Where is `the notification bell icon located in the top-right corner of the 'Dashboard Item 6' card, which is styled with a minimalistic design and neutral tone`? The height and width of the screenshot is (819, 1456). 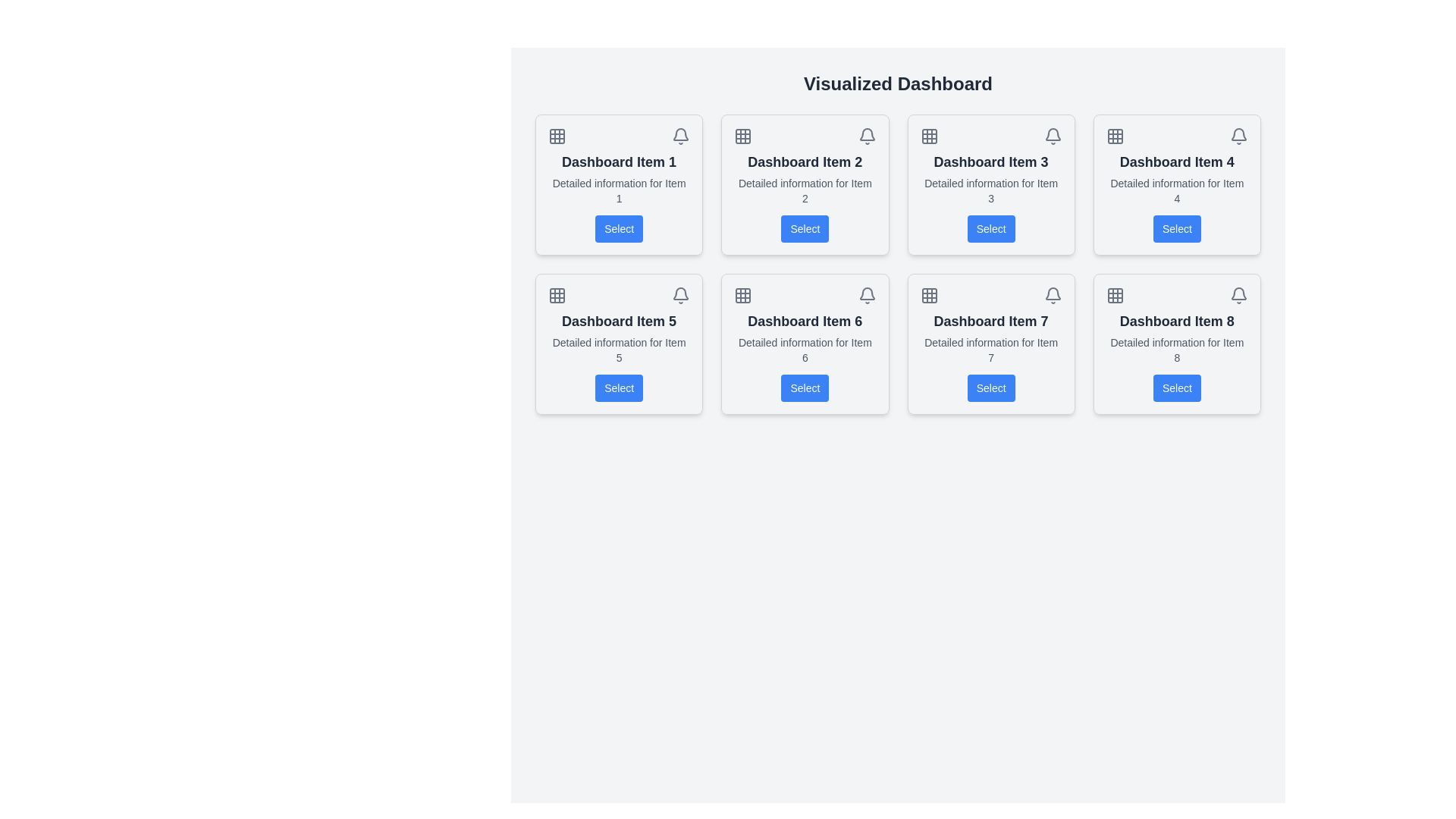
the notification bell icon located in the top-right corner of the 'Dashboard Item 6' card, which is styled with a minimalistic design and neutral tone is located at coordinates (867, 293).